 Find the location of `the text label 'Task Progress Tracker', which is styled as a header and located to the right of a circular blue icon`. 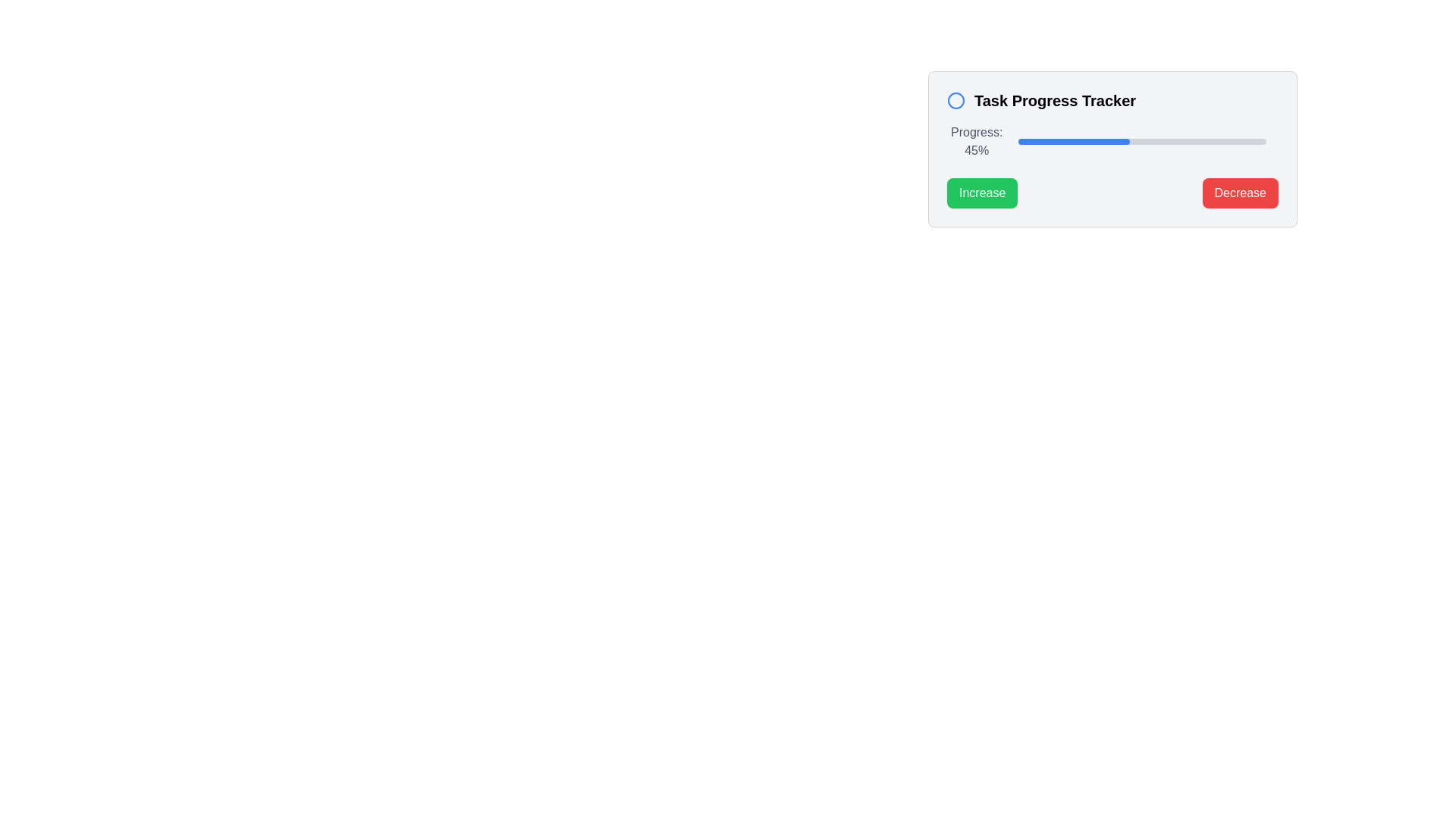

the text label 'Task Progress Tracker', which is styled as a header and located to the right of a circular blue icon is located at coordinates (1054, 100).